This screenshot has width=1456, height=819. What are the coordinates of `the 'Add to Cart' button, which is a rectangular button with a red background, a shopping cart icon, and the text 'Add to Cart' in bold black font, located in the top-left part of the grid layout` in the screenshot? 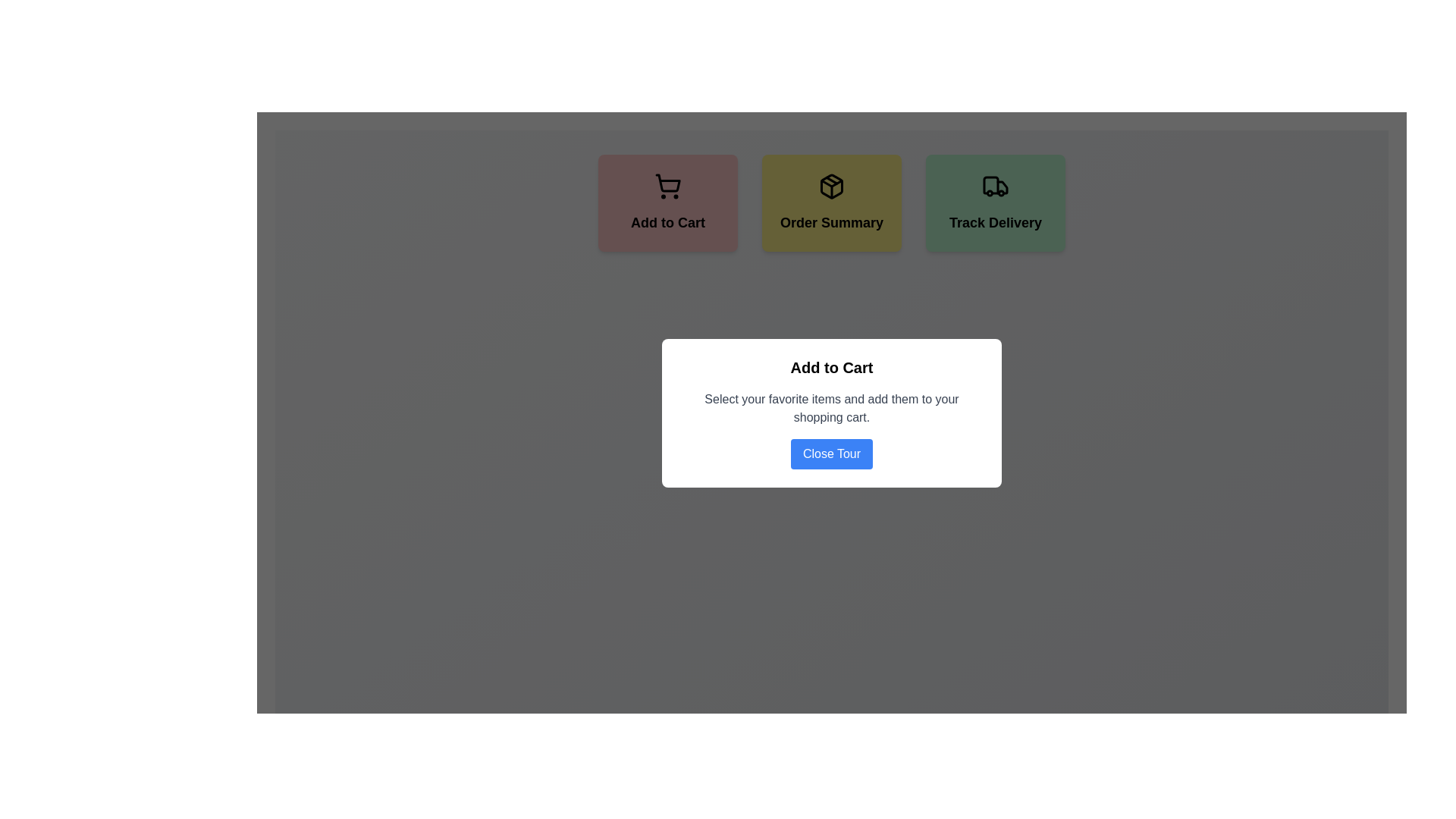 It's located at (667, 202).